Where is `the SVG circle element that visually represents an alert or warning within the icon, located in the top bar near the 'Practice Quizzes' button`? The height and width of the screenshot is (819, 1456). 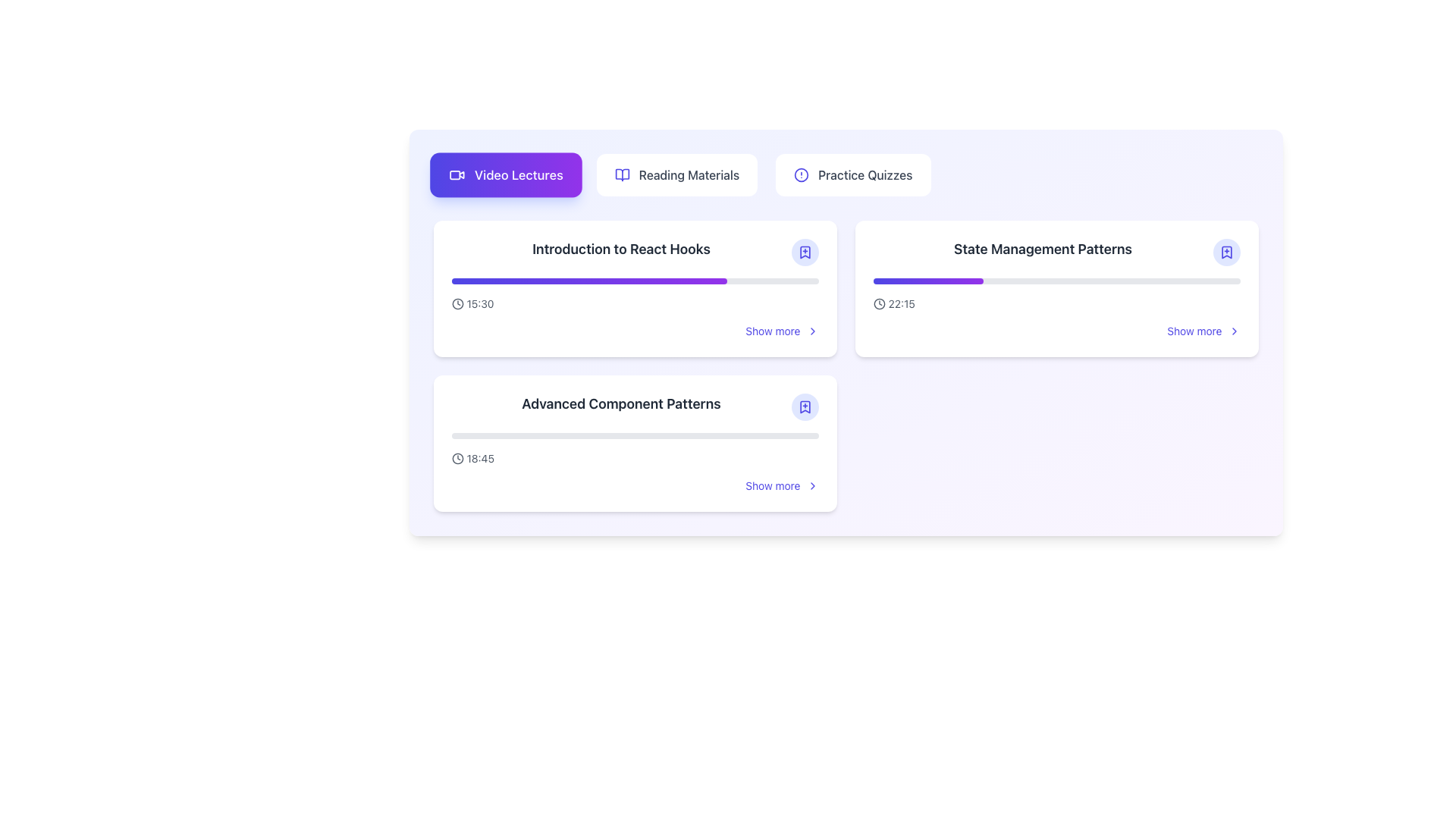 the SVG circle element that visually represents an alert or warning within the icon, located in the top bar near the 'Practice Quizzes' button is located at coordinates (801, 174).